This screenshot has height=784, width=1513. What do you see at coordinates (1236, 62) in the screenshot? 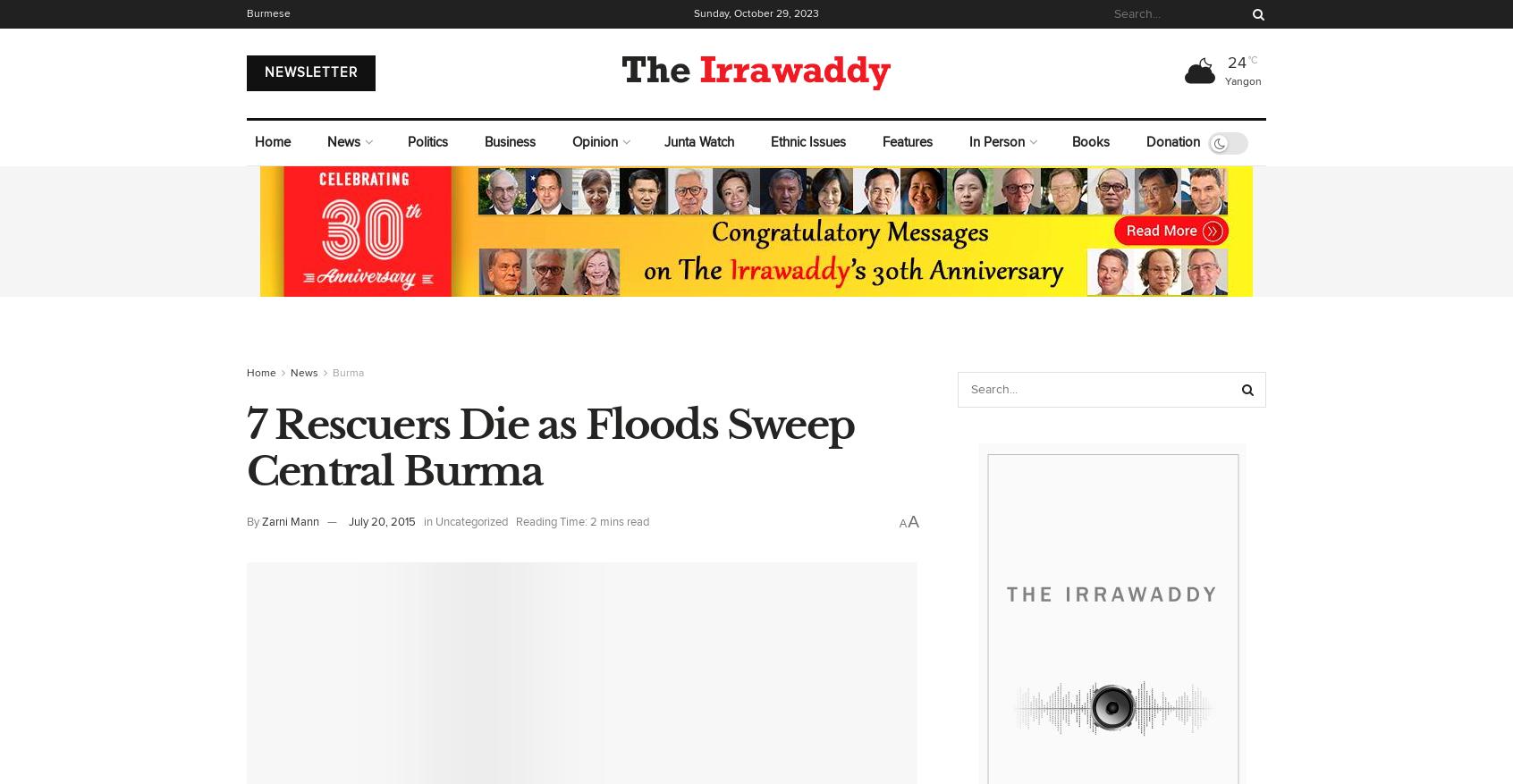
I see `'24'` at bounding box center [1236, 62].